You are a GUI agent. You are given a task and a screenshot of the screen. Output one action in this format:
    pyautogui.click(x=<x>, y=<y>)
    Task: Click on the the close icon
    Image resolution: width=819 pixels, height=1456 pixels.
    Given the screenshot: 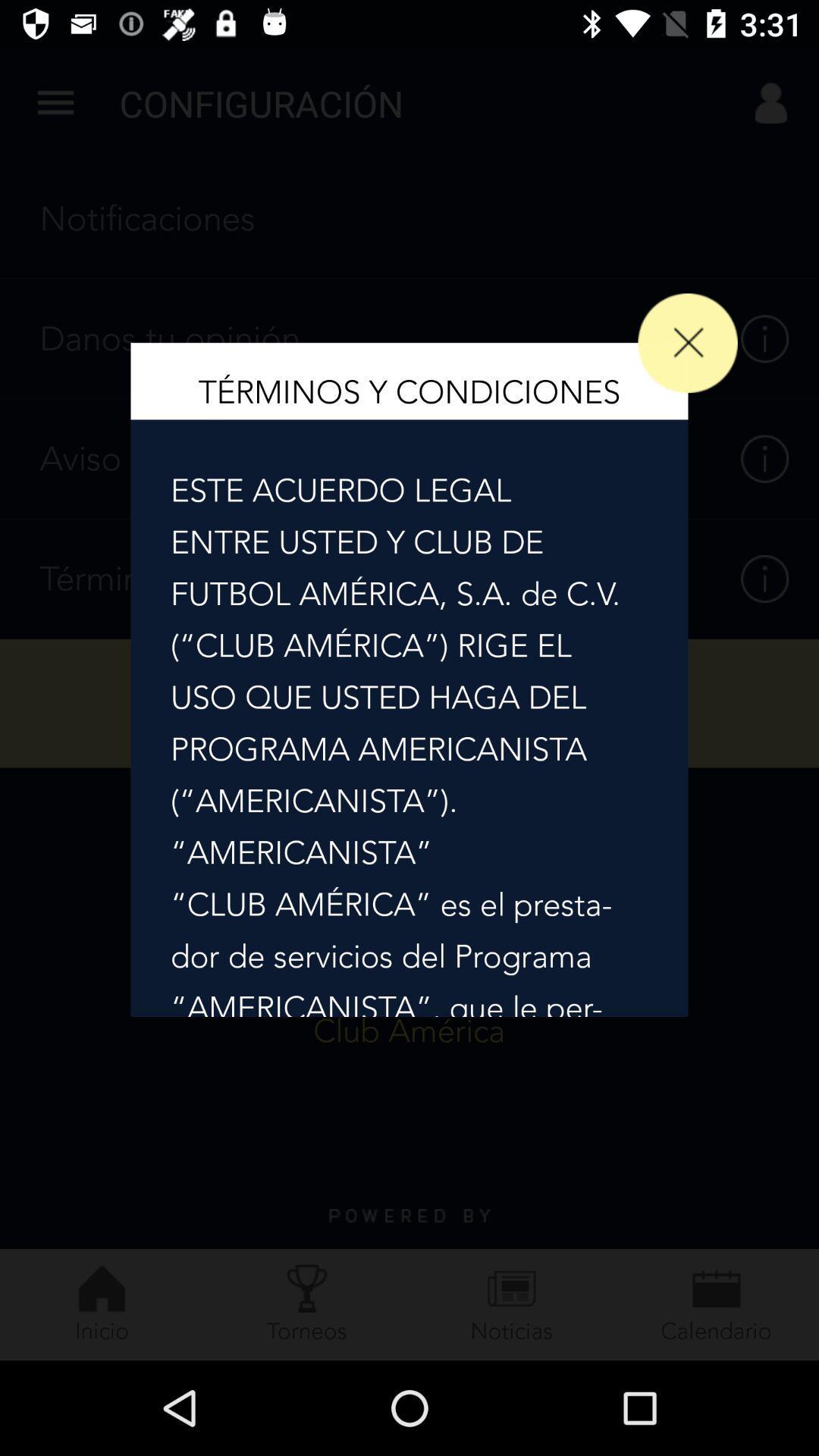 What is the action you would take?
    pyautogui.click(x=688, y=342)
    